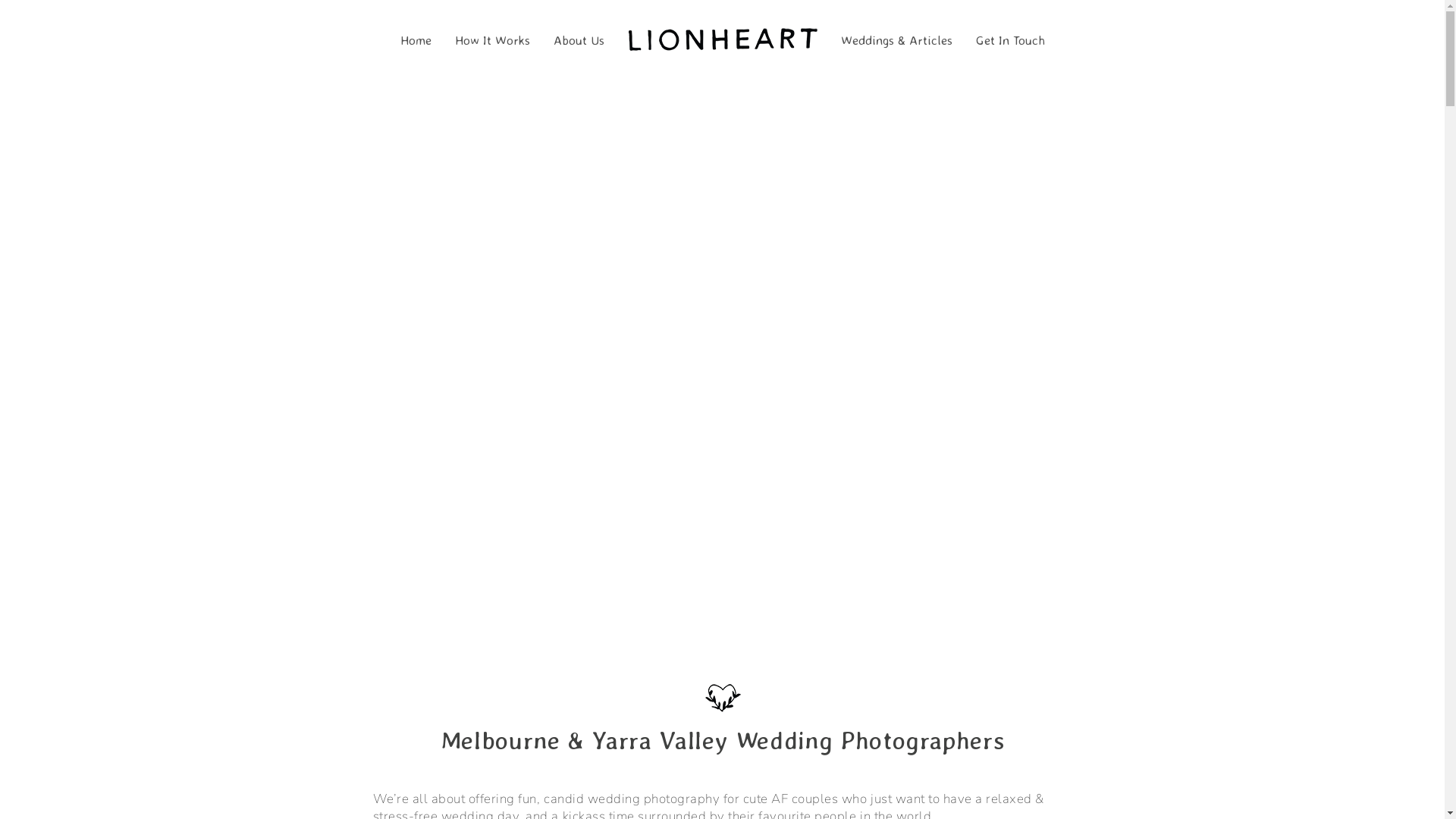 The image size is (1456, 819). I want to click on 'About Us', so click(578, 37).